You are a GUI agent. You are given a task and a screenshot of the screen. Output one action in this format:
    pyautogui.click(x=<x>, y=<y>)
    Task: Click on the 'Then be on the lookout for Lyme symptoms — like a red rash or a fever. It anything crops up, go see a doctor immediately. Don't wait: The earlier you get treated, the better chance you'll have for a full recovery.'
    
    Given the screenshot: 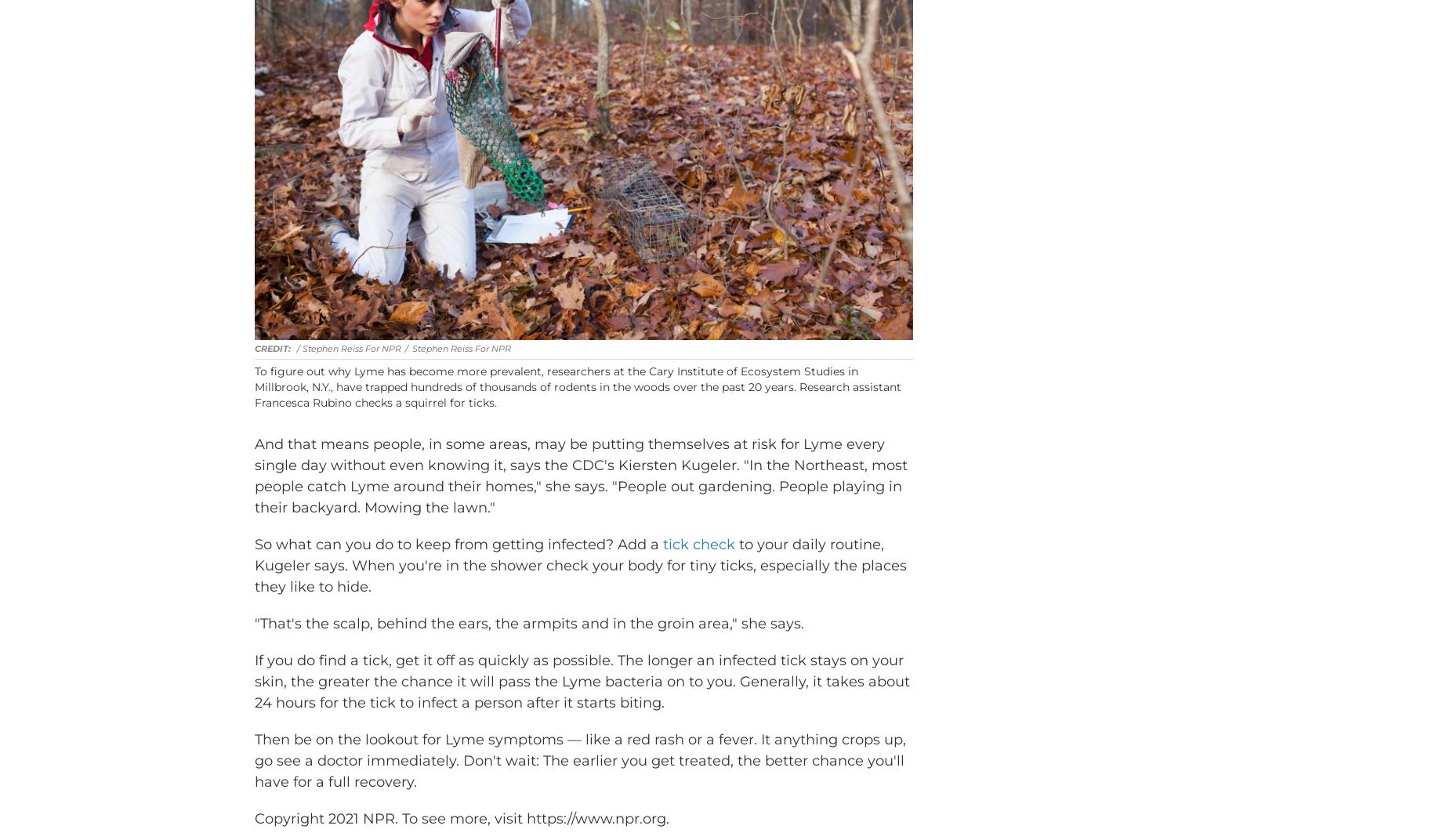 What is the action you would take?
    pyautogui.click(x=580, y=782)
    